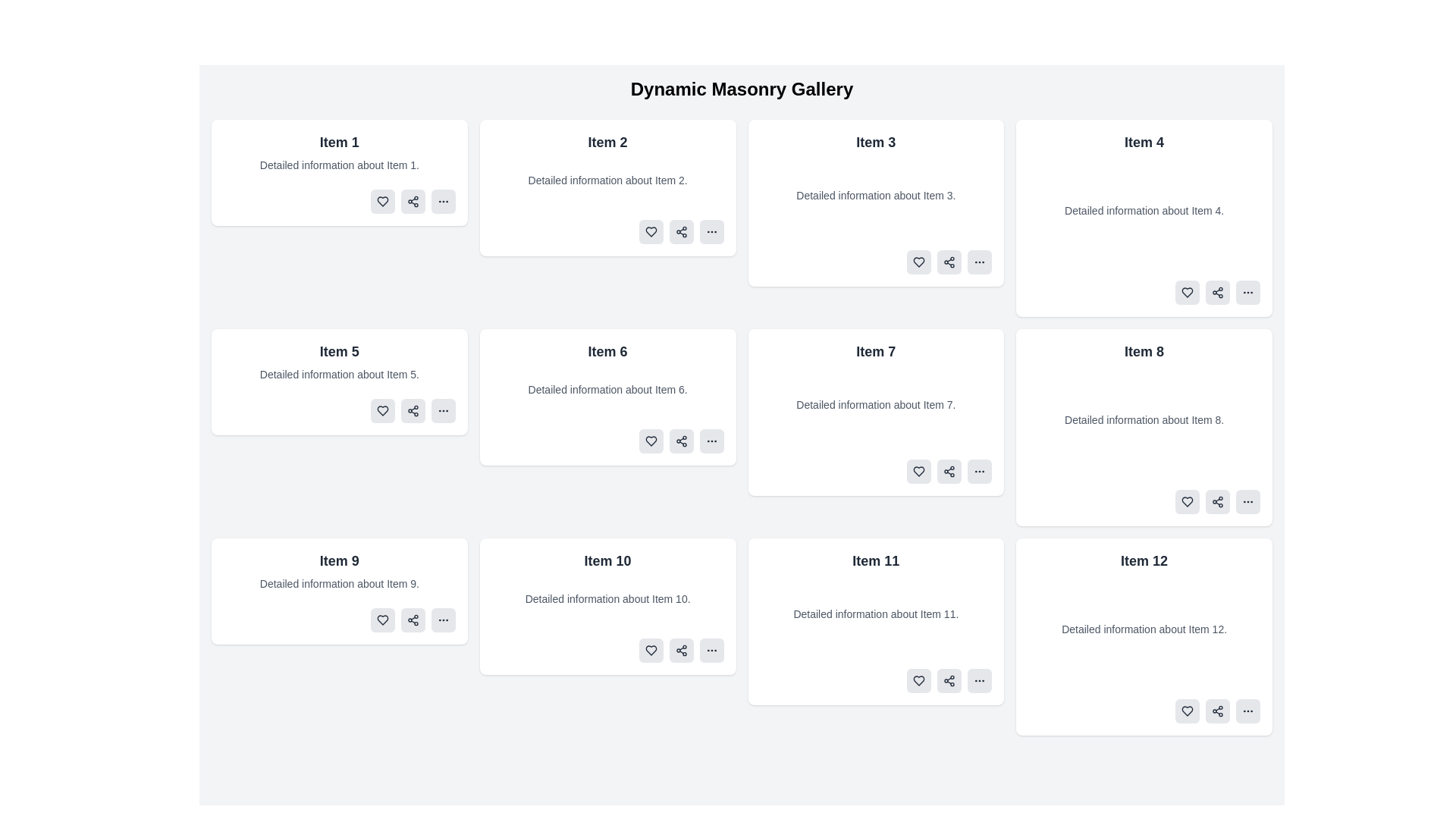 The image size is (1456, 819). I want to click on the static text displaying 'Detailed information about Item 1.' which is styled in smaller-sized light gray font, located beneath the main heading 'Item 1' in the first card of a grid layout, centered horizontally, so click(338, 165).